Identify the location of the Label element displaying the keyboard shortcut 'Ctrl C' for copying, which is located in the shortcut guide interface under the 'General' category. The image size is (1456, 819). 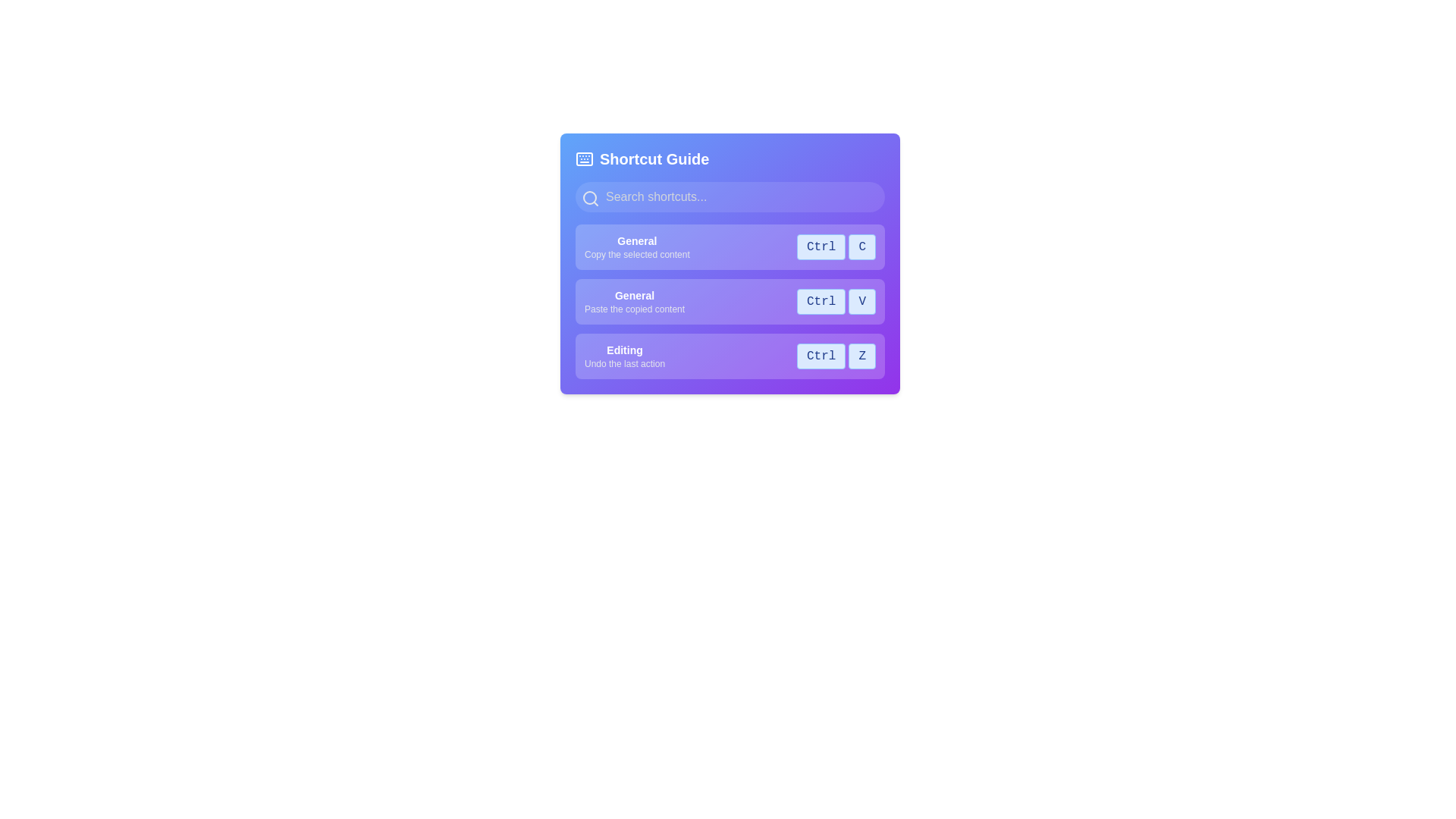
(836, 246).